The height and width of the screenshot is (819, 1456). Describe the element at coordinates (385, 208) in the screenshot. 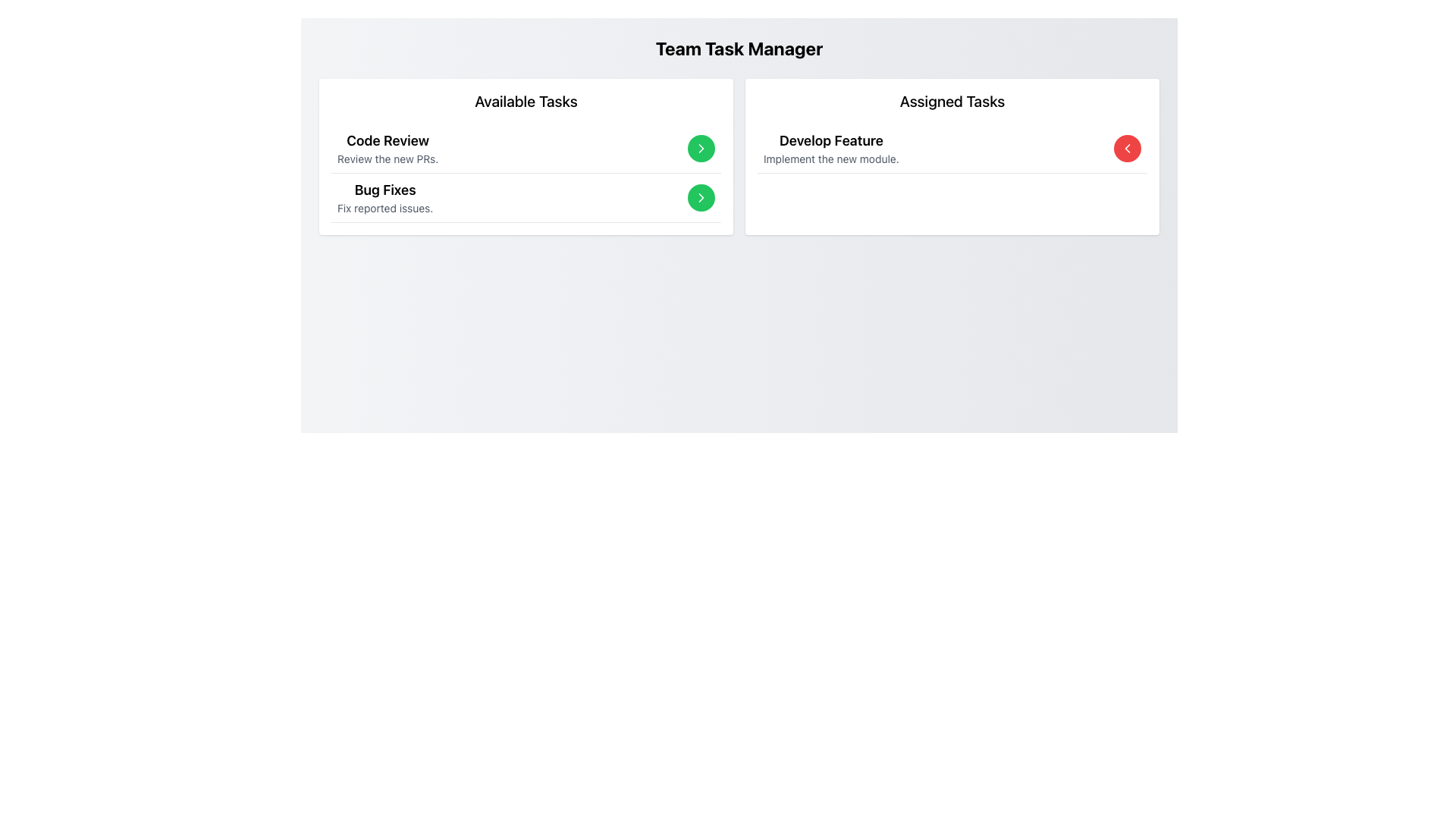

I see `text element located beneath the 'Bug Fixes' heading in the 'Available Tasks' section, which provides clarification about the task's requirements` at that location.